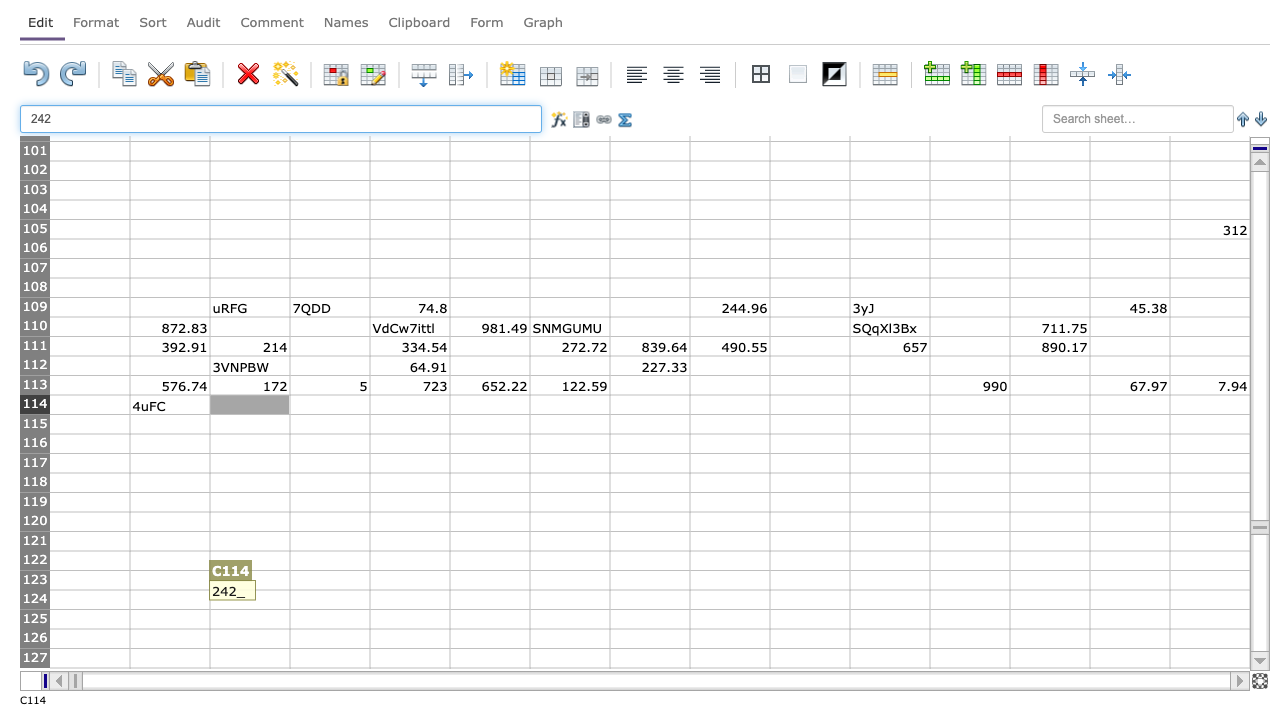 The height and width of the screenshot is (720, 1280). Describe the element at coordinates (329, 598) in the screenshot. I see `D124` at that location.